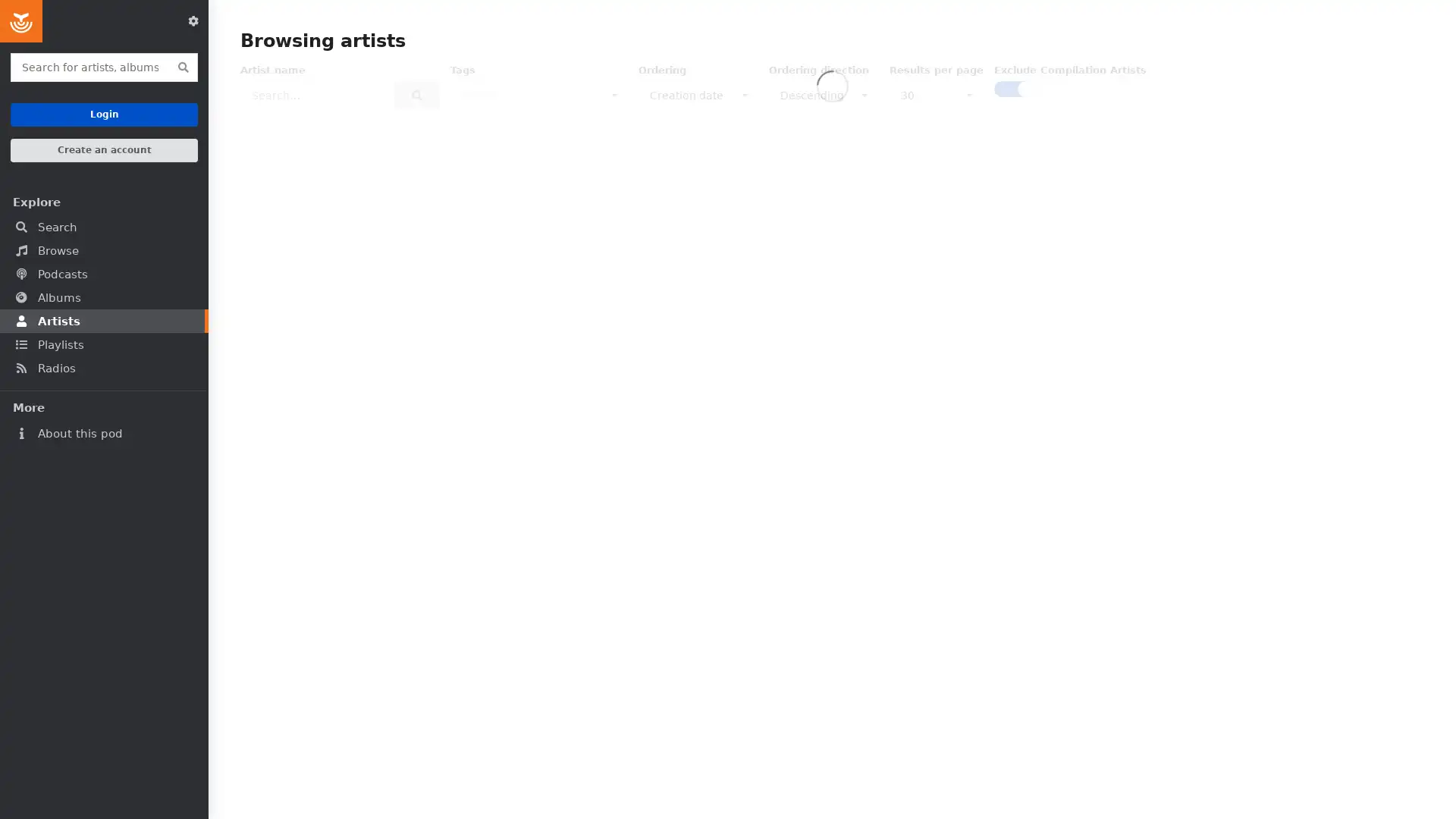 This screenshot has width=1456, height=819. What do you see at coordinates (1189, 522) in the screenshot?
I see `Play artist` at bounding box center [1189, 522].